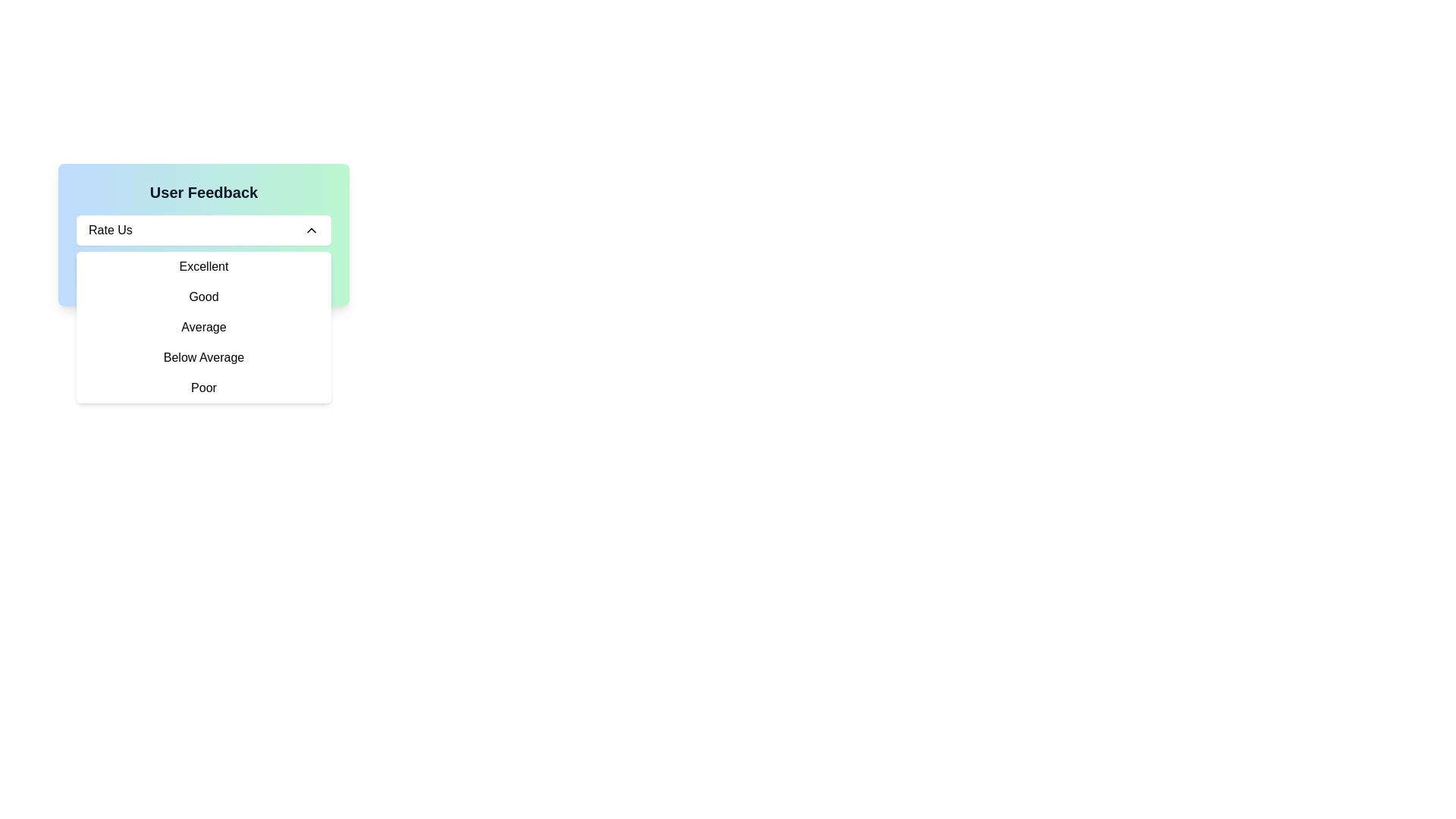 The width and height of the screenshot is (1456, 819). I want to click on the 'Below Average' option in the dropdown menu under 'Rate Us', so click(202, 357).